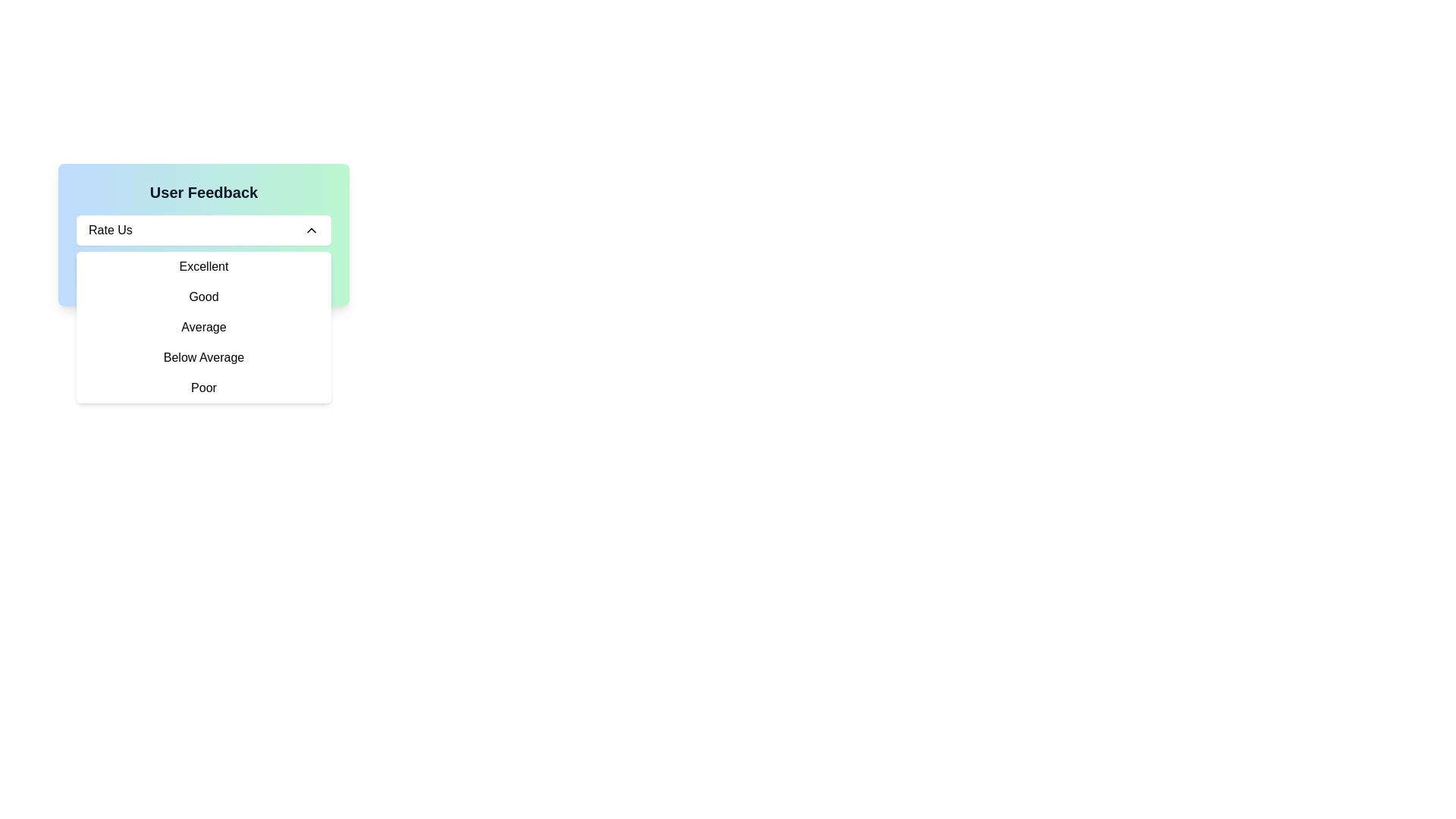 The width and height of the screenshot is (1456, 819). I want to click on the 'Below Average' option in the dropdown menu under 'Rate Us', so click(202, 357).